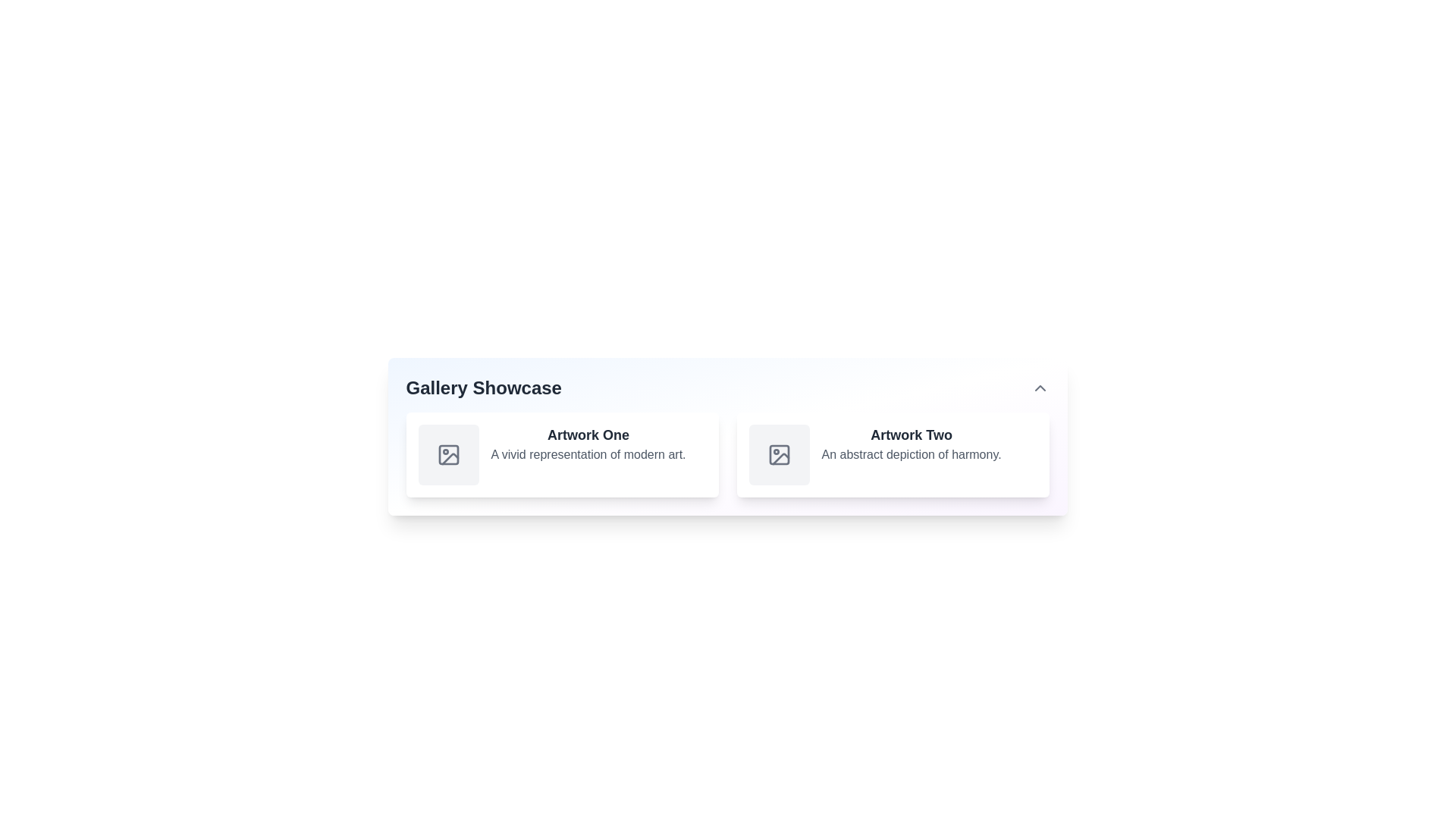  I want to click on the central Grid layout containing gallery items, so click(726, 454).